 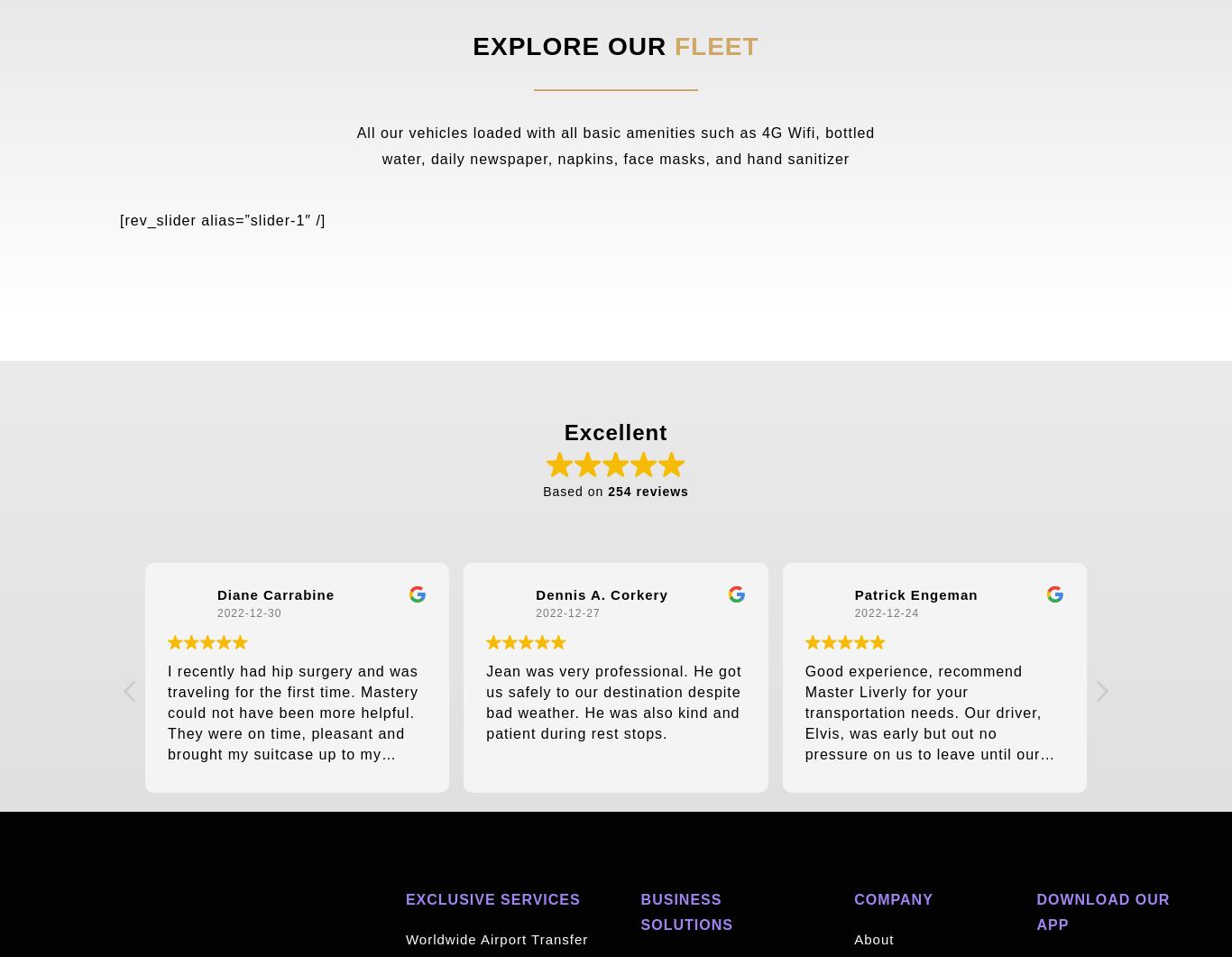 What do you see at coordinates (915, 594) in the screenshot?
I see `'Patrick Engeman'` at bounding box center [915, 594].